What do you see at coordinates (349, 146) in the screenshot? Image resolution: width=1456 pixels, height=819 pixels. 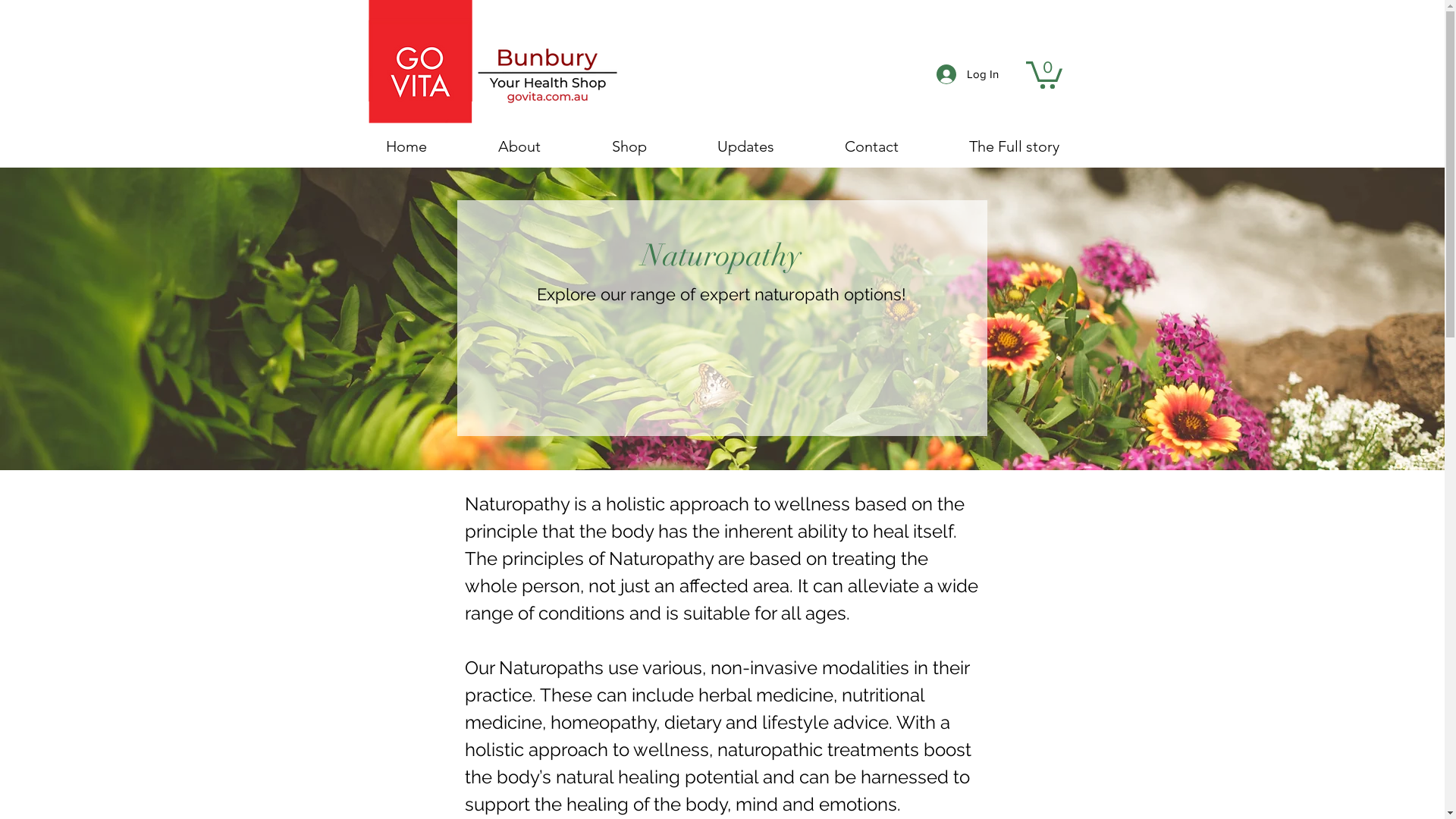 I see `'Home'` at bounding box center [349, 146].